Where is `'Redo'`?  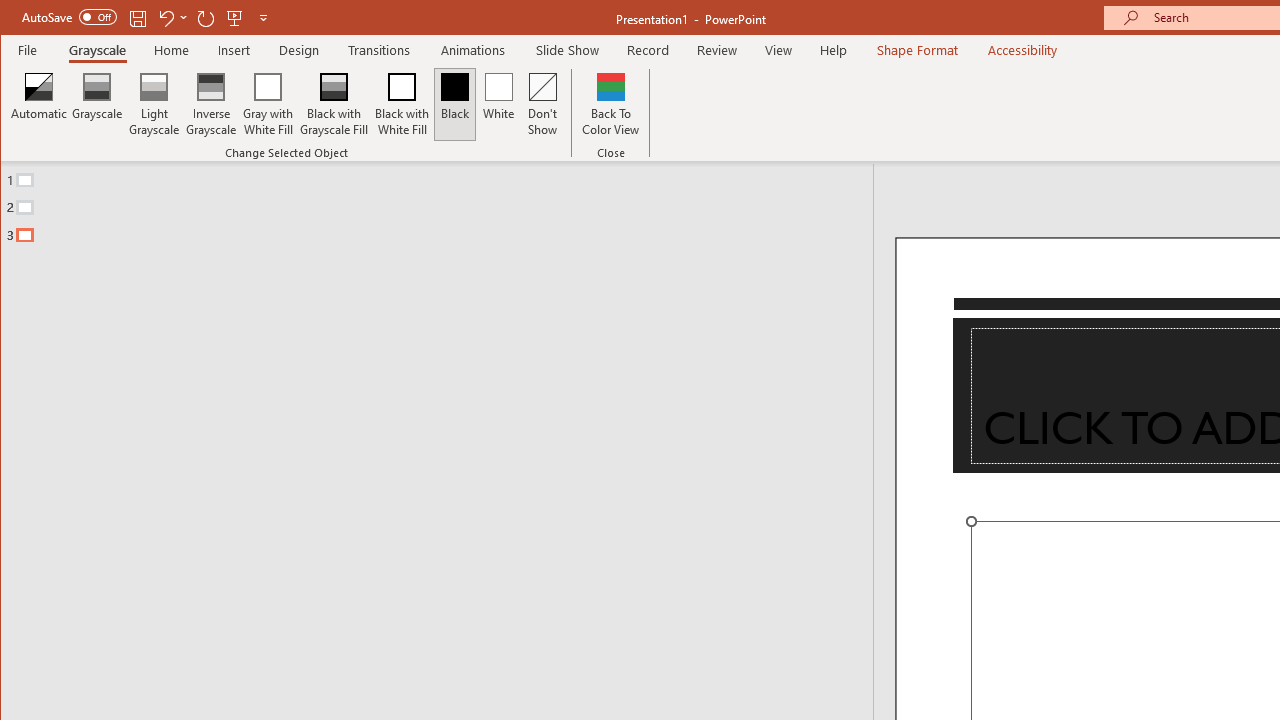 'Redo' is located at coordinates (206, 17).